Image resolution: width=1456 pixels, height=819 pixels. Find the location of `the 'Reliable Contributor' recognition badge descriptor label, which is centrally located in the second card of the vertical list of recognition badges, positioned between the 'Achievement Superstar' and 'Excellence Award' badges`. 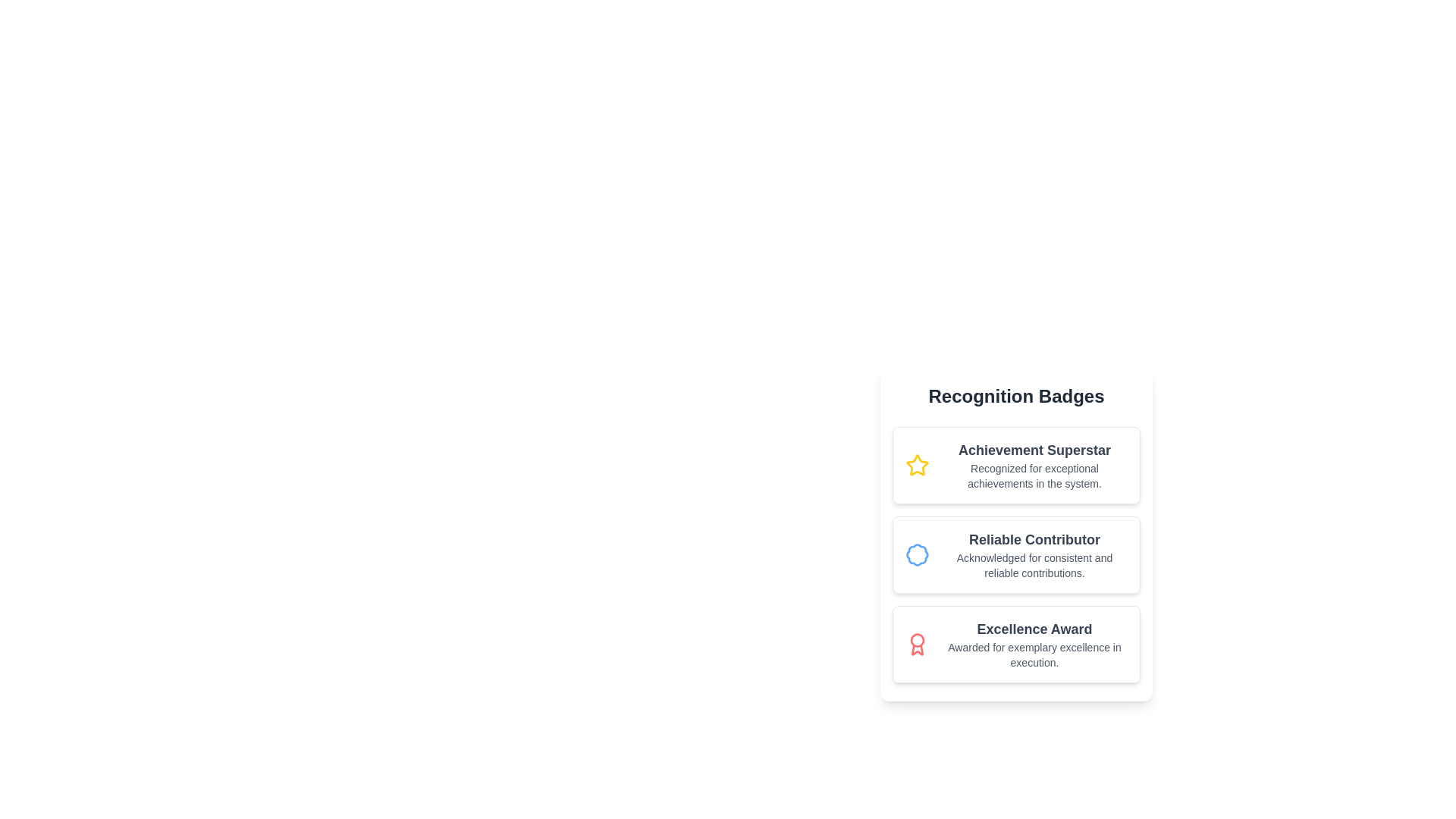

the 'Reliable Contributor' recognition badge descriptor label, which is centrally located in the second card of the vertical list of recognition badges, positioned between the 'Achievement Superstar' and 'Excellence Award' badges is located at coordinates (1034, 555).